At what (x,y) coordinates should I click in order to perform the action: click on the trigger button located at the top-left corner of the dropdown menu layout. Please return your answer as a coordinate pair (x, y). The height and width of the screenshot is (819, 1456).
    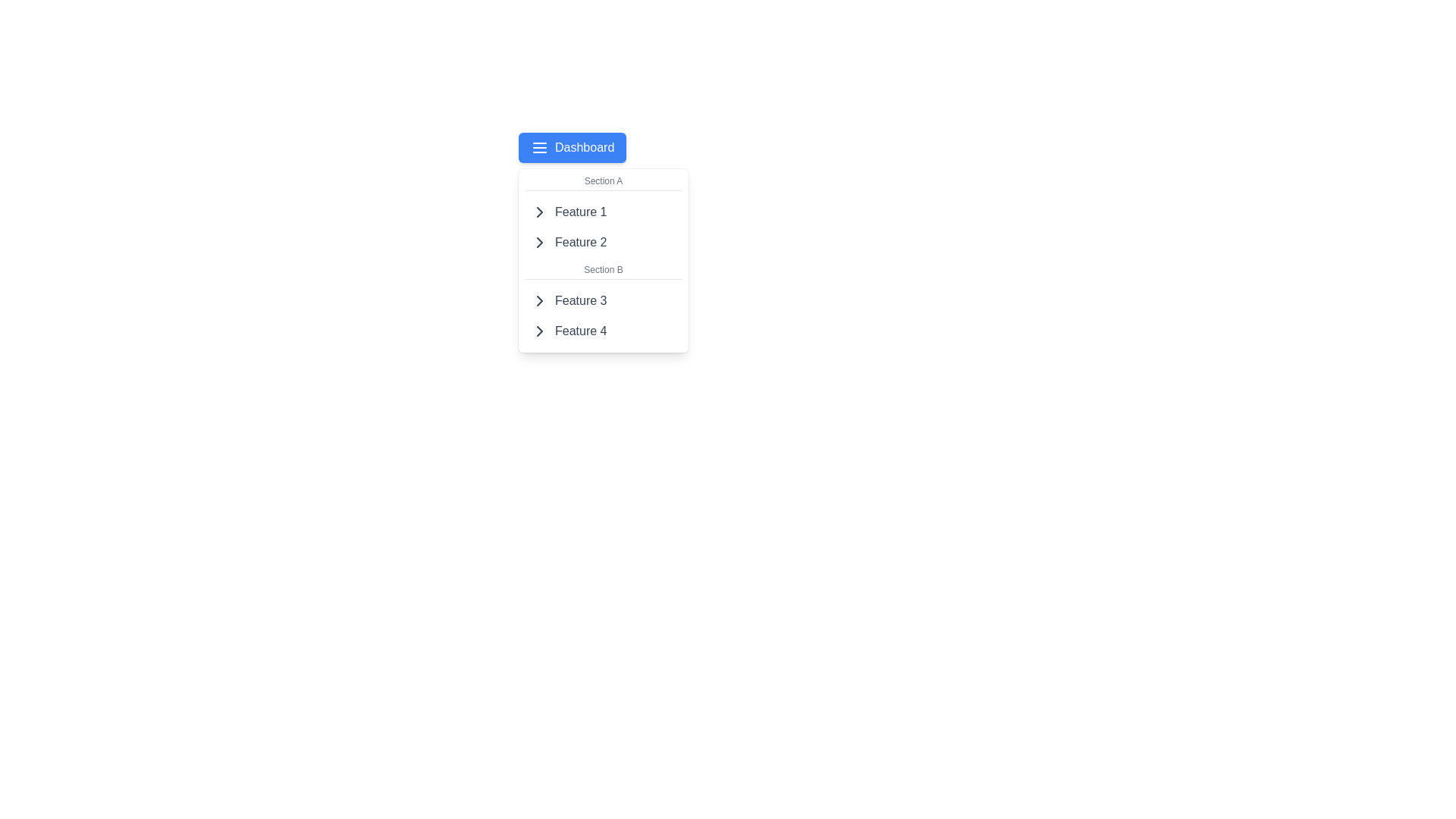
    Looking at the image, I should click on (572, 148).